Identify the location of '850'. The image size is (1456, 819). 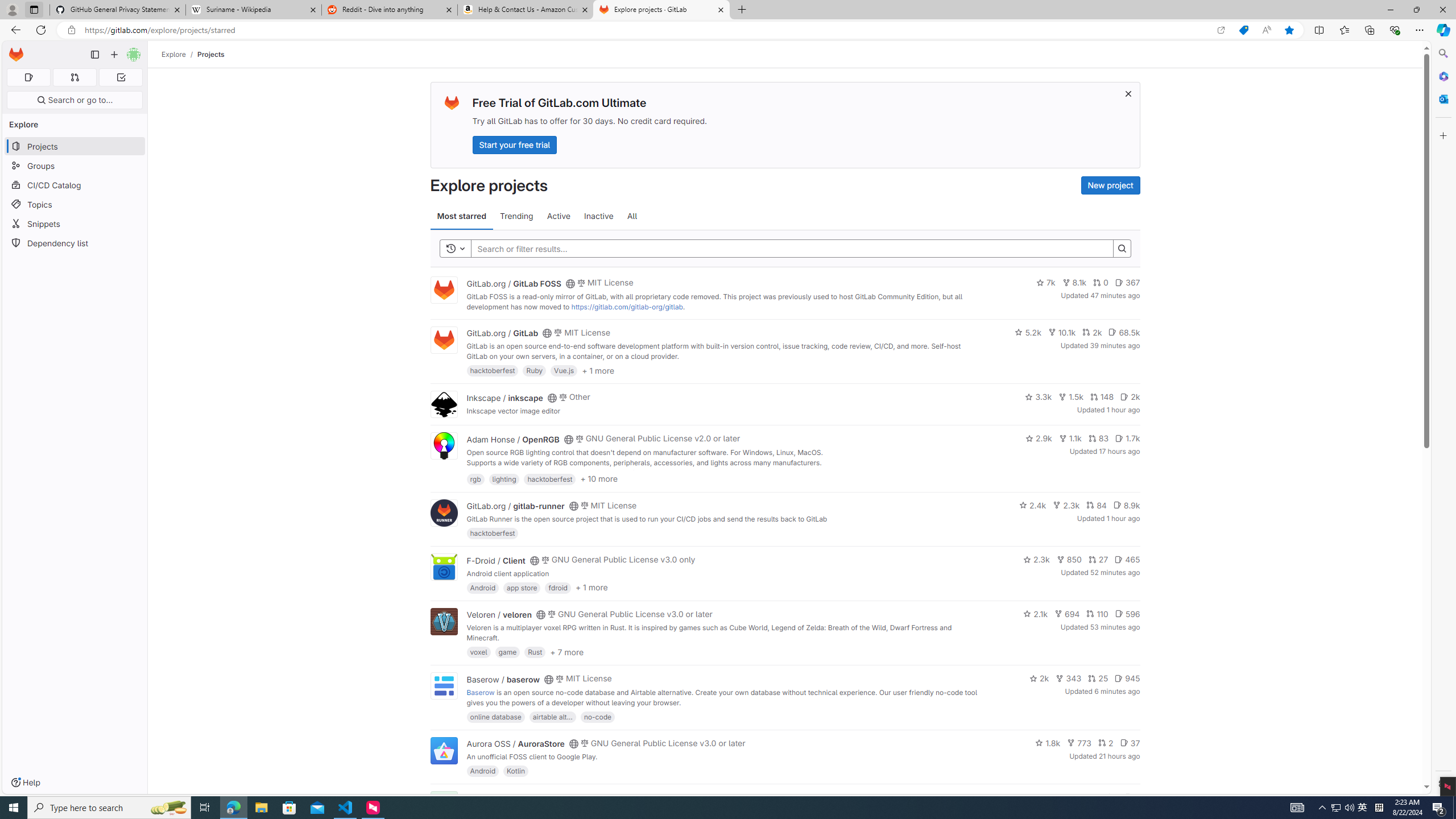
(1069, 560).